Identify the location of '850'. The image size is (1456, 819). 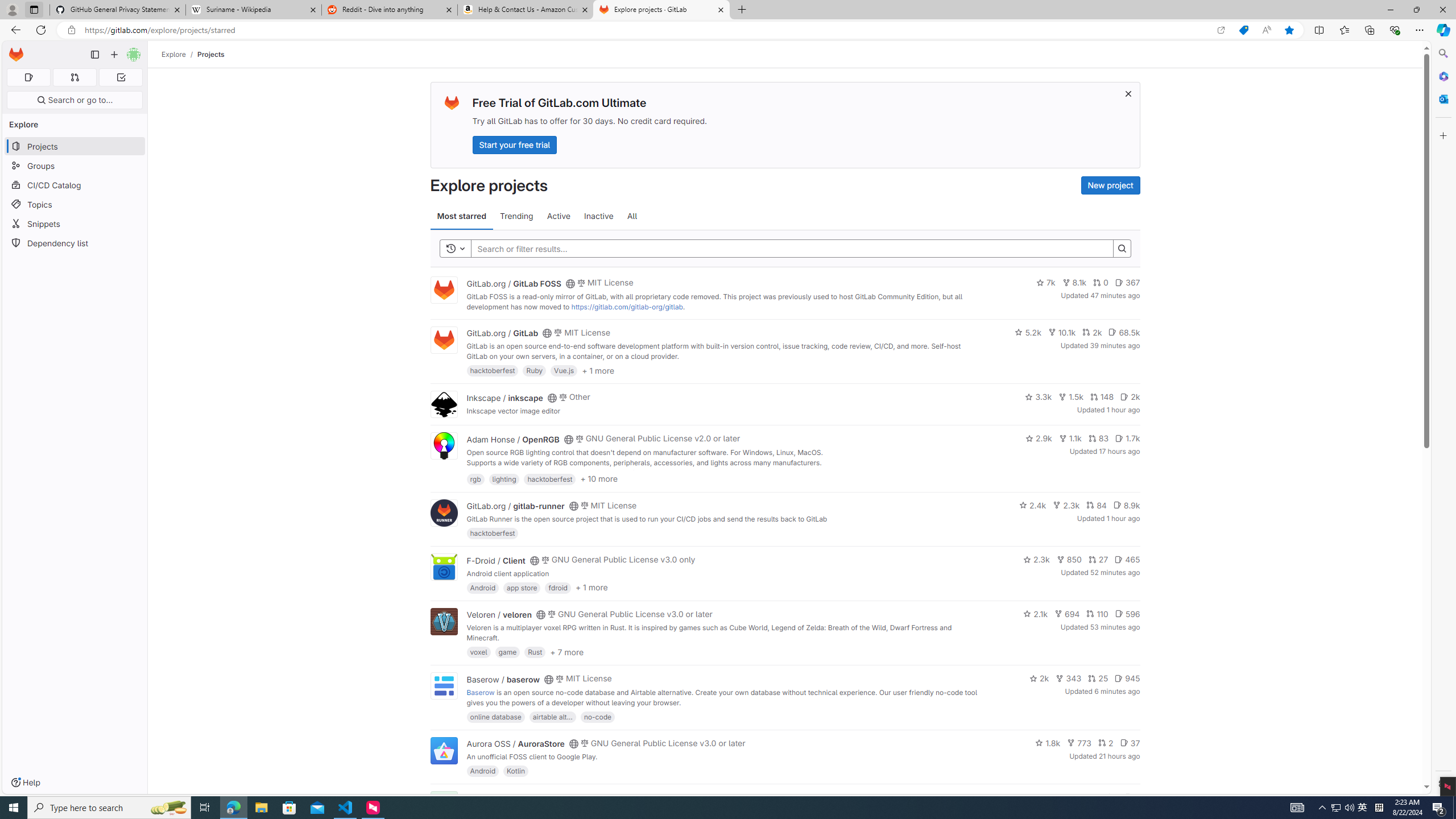
(1069, 560).